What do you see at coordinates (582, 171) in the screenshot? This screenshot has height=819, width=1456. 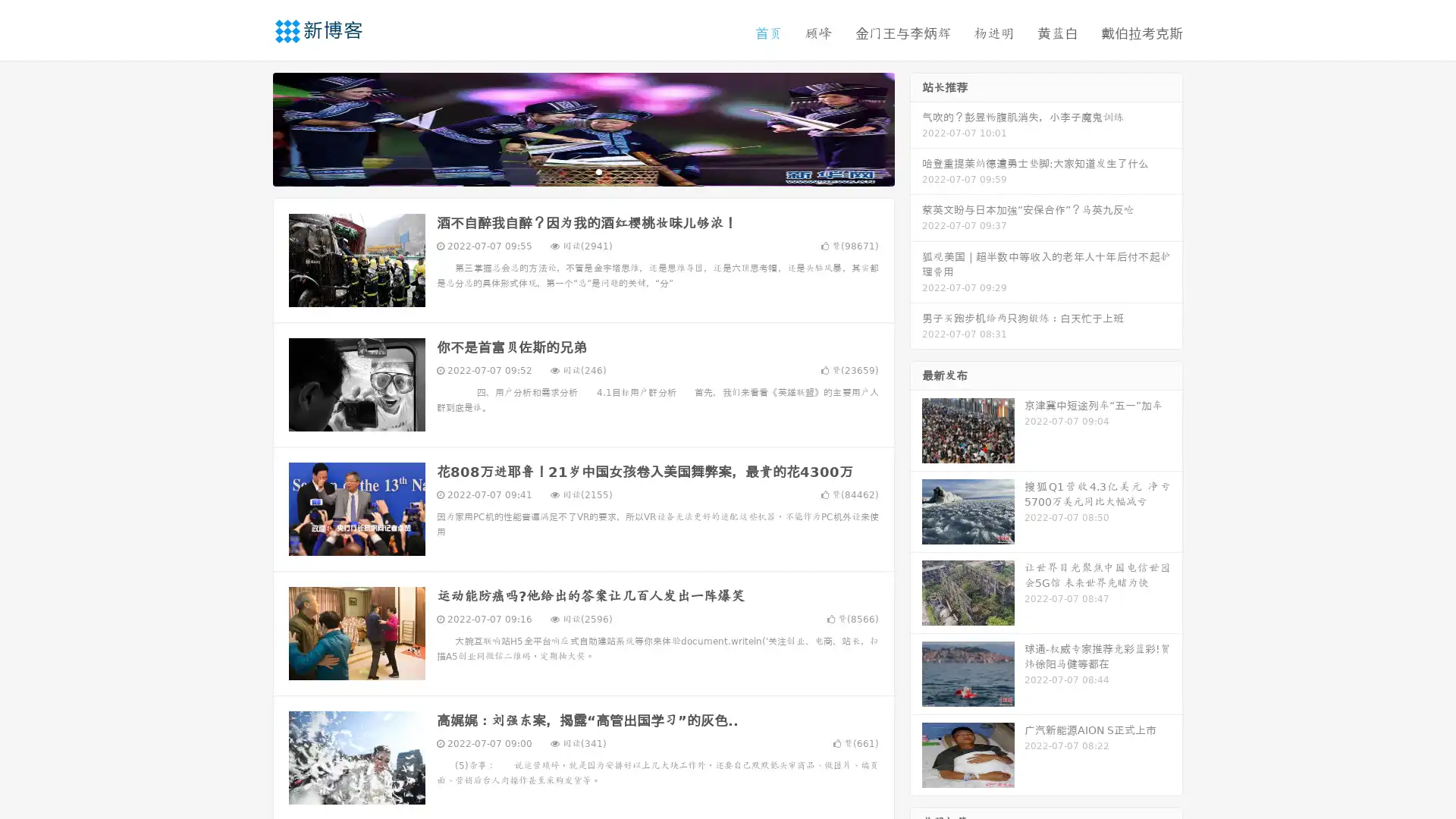 I see `Go to slide 2` at bounding box center [582, 171].